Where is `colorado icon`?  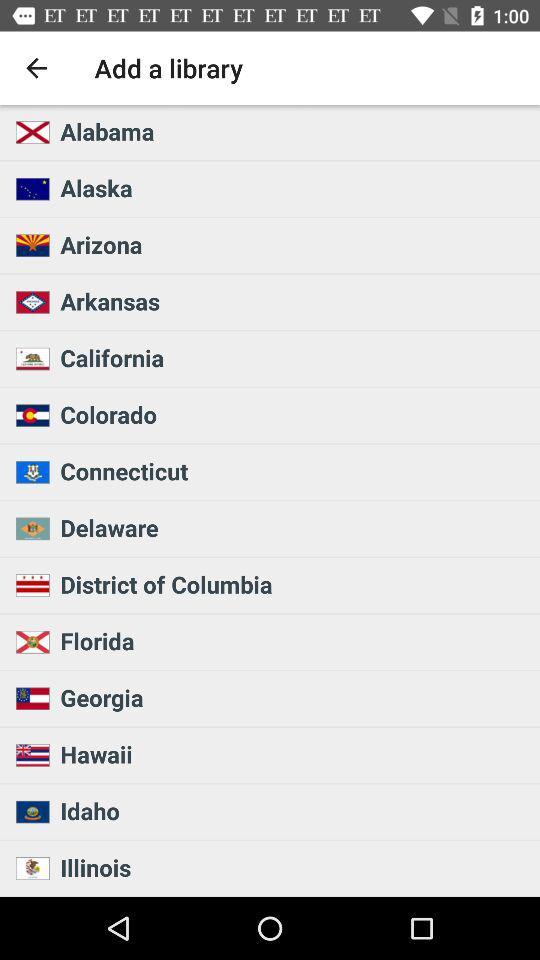
colorado icon is located at coordinates (293, 413).